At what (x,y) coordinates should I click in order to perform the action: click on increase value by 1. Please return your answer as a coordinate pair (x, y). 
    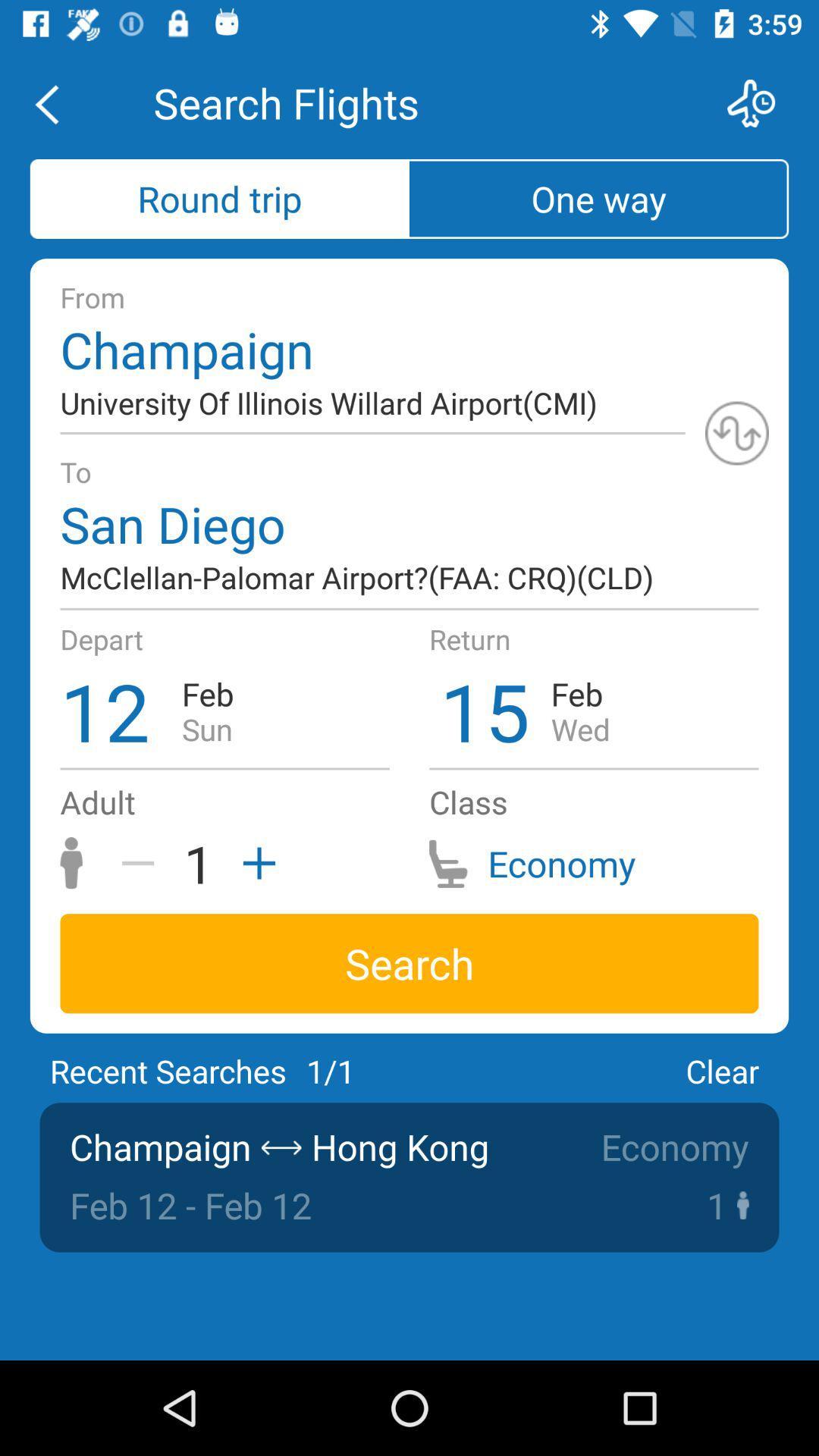
    Looking at the image, I should click on (253, 863).